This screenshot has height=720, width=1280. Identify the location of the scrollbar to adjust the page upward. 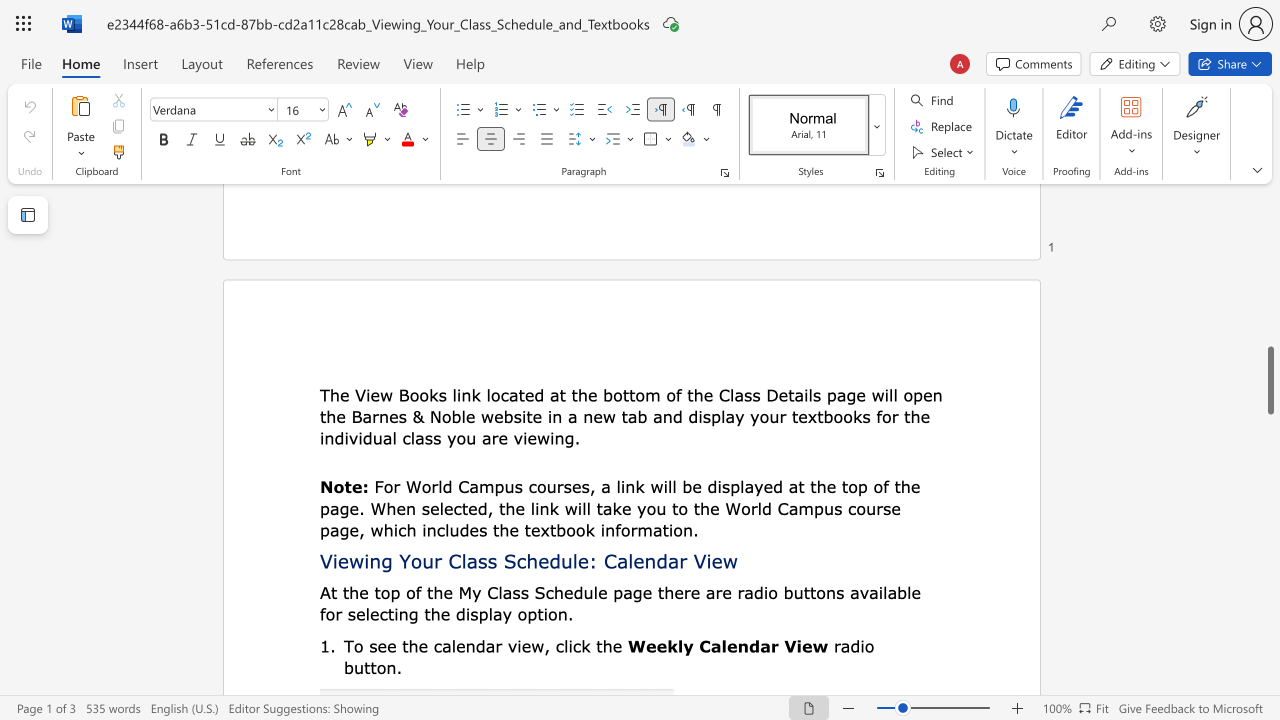
(1269, 228).